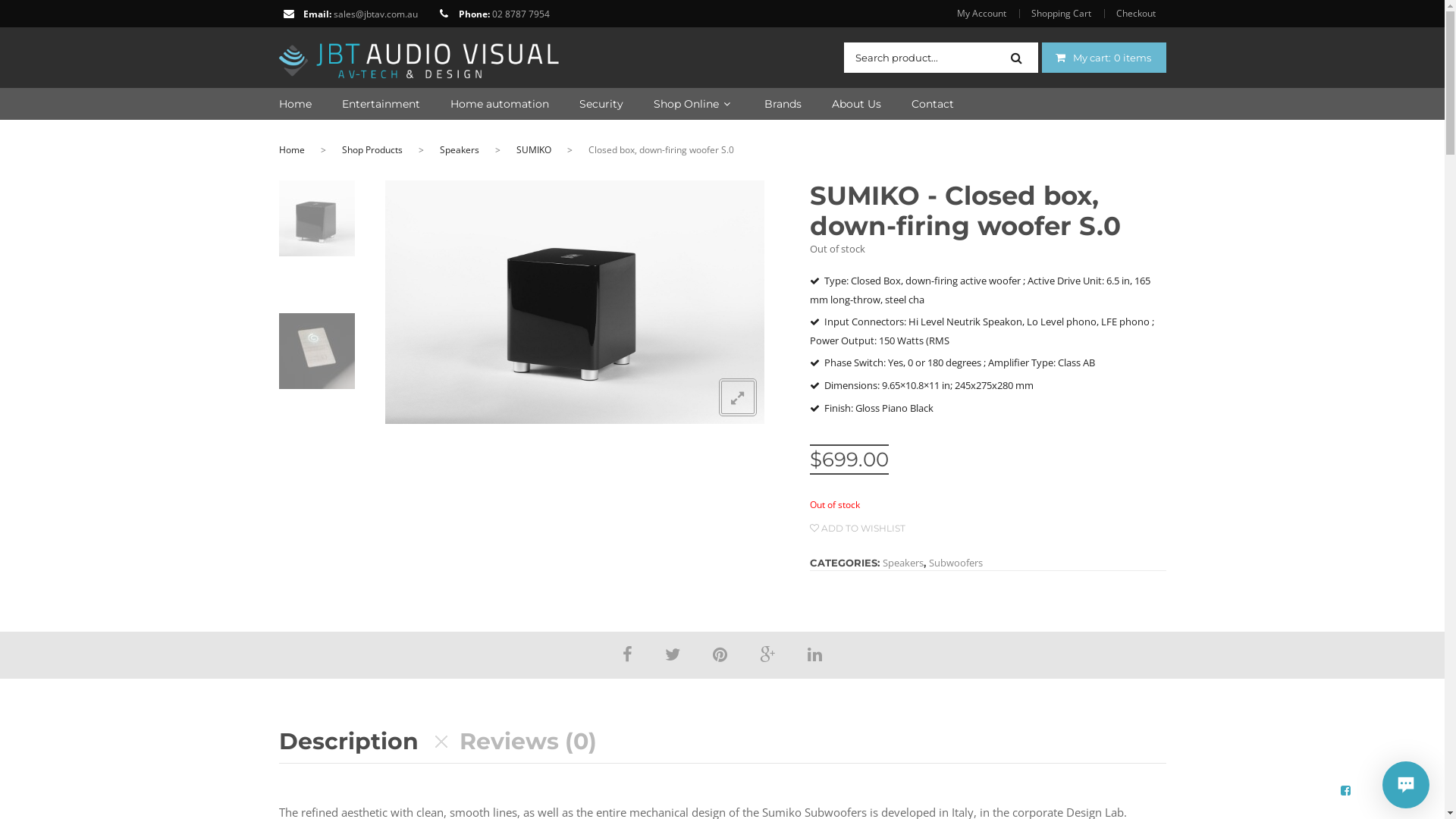  Describe the element at coordinates (333, 14) in the screenshot. I see `'sales@jbtav.com.au'` at that location.